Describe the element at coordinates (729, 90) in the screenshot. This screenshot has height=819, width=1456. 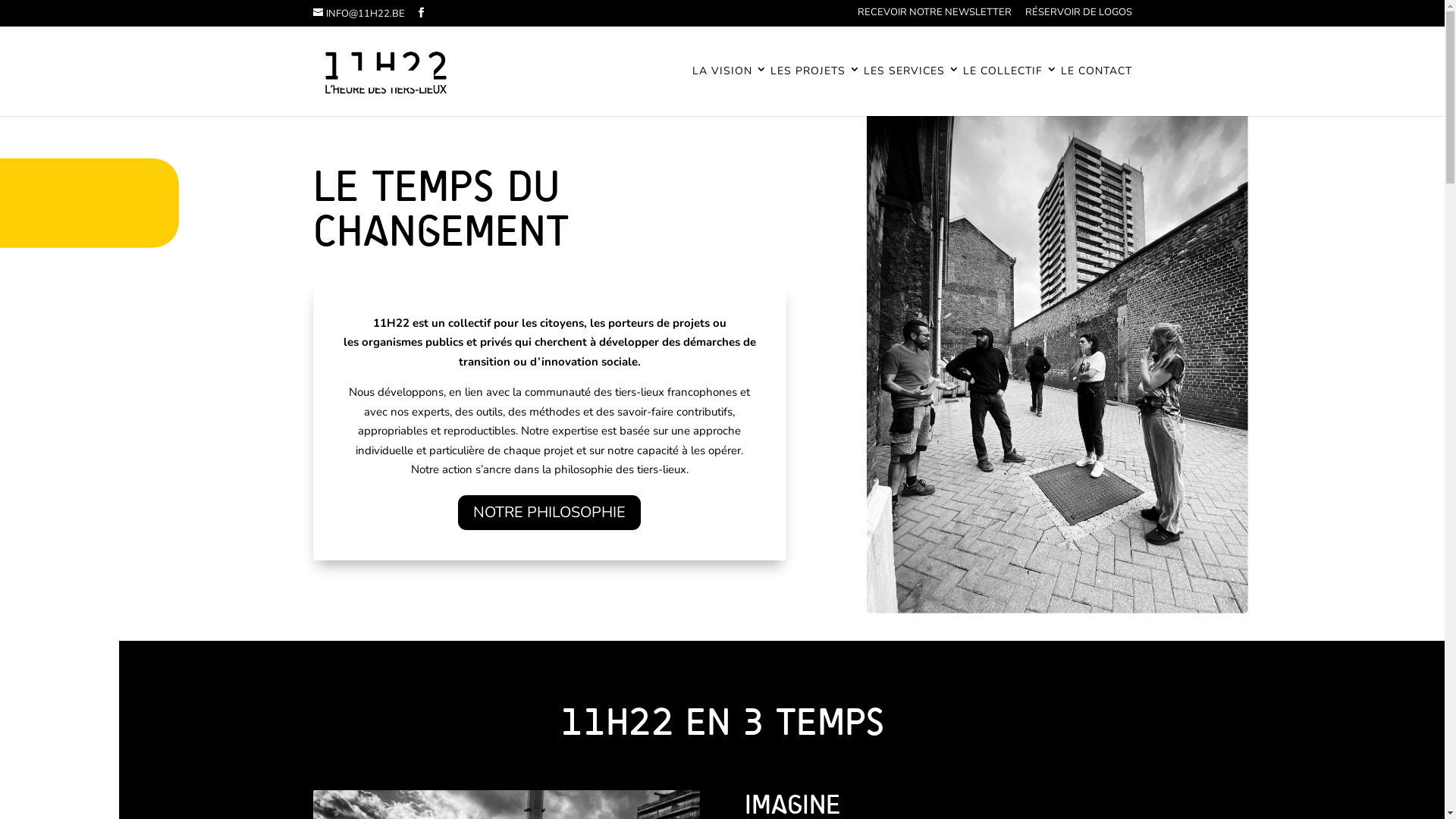
I see `'LA VISION'` at that location.